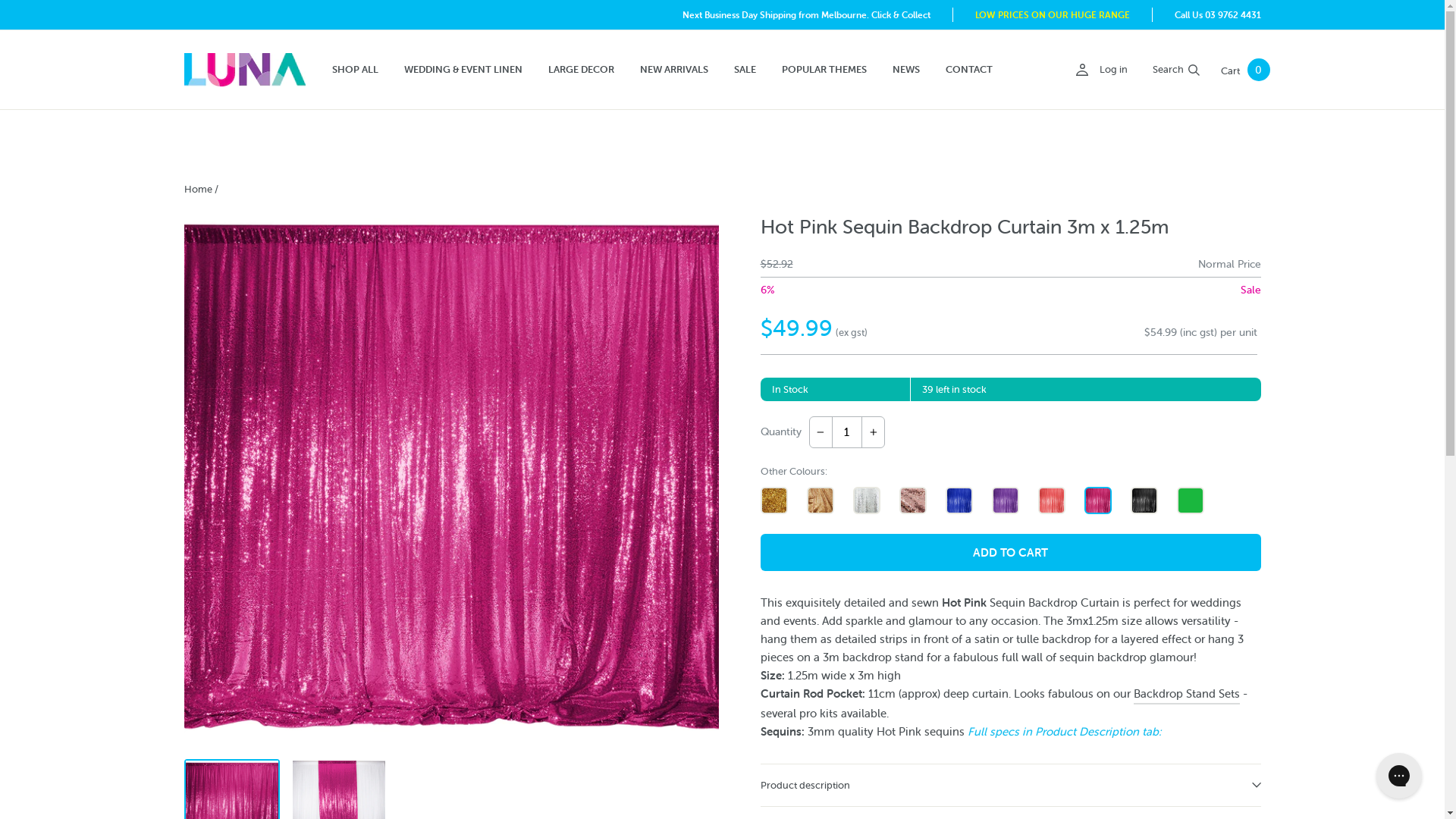  I want to click on 'Product description', so click(1009, 784).